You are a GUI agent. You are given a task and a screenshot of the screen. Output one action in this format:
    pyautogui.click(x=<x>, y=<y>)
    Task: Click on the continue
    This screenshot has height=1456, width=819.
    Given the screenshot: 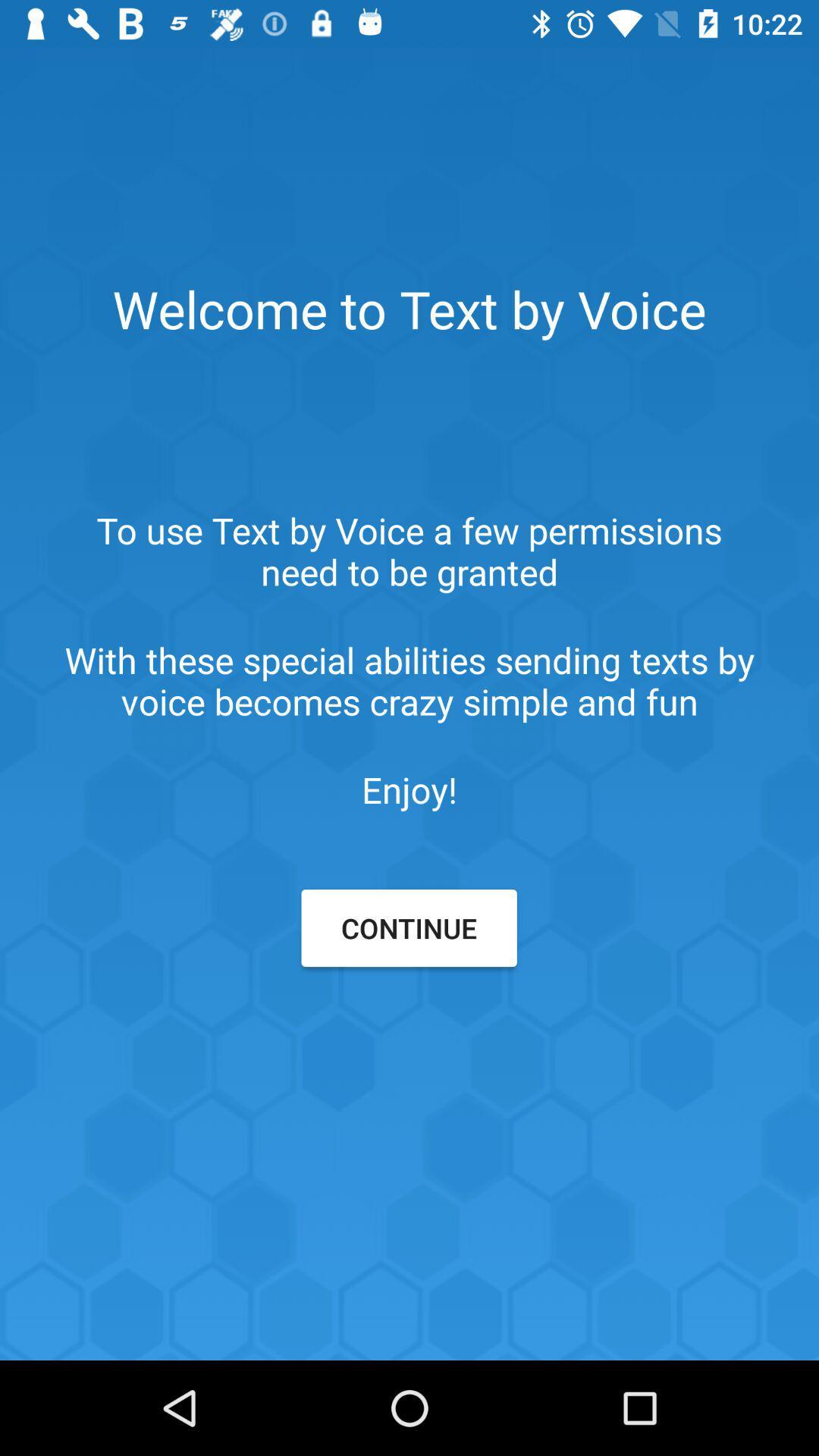 What is the action you would take?
    pyautogui.click(x=408, y=927)
    